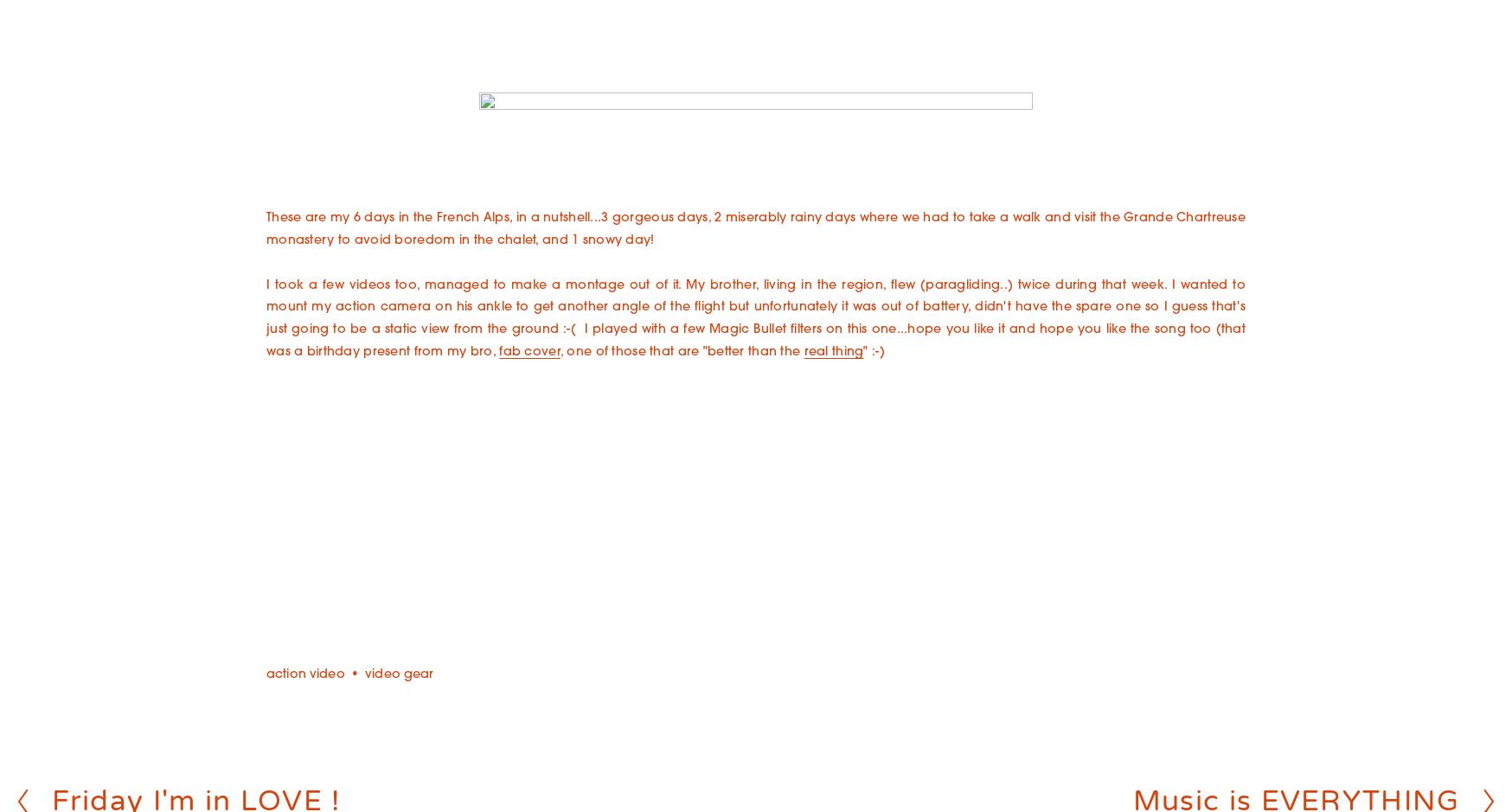 Image resolution: width=1512 pixels, height=812 pixels. I want to click on 'action video', so click(304, 674).